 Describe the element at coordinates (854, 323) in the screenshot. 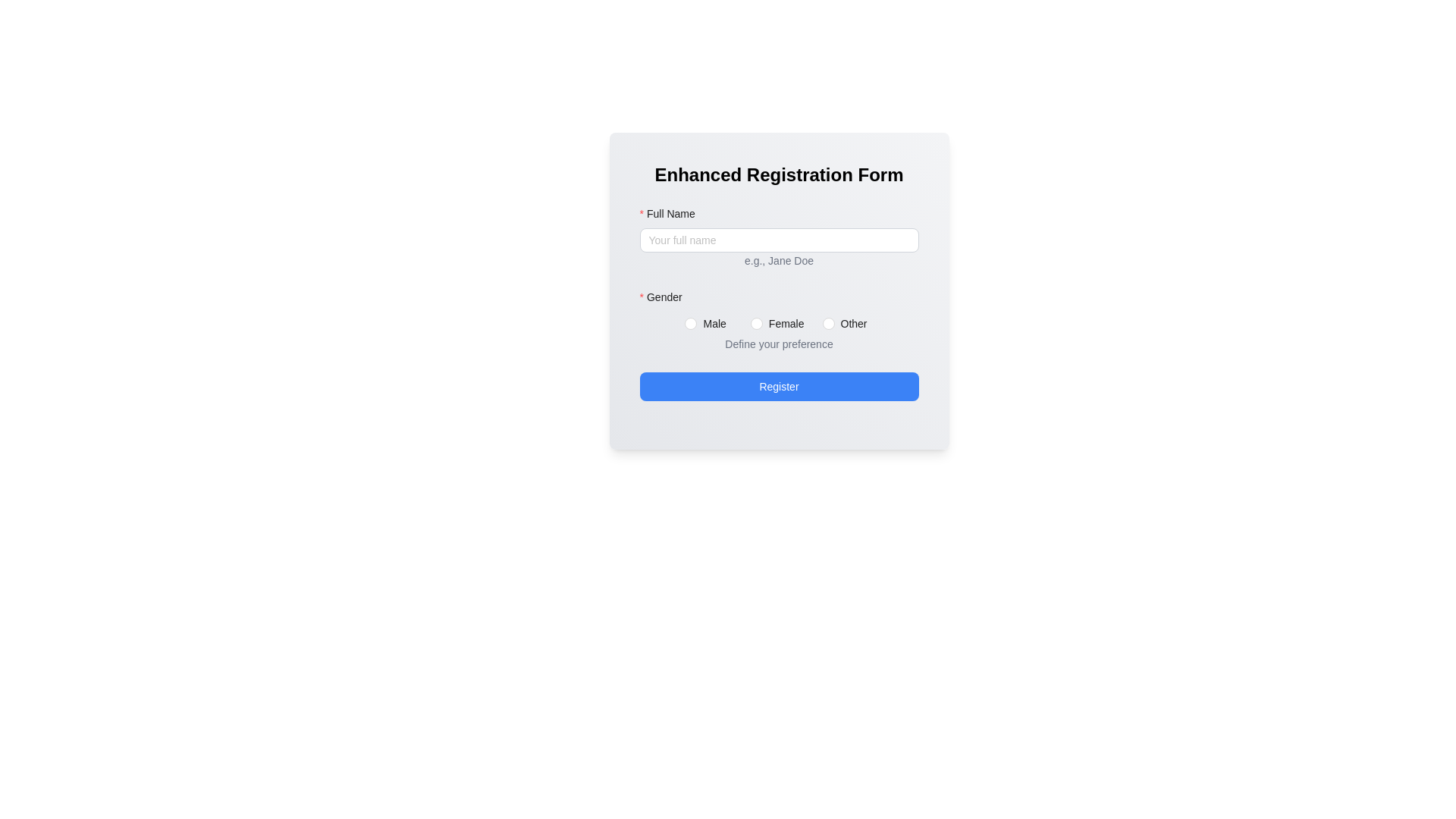

I see `the radio button associated with the 'Other' option in the gender selection group, which is positioned to the right of the 'Female' option in the registration form` at that location.